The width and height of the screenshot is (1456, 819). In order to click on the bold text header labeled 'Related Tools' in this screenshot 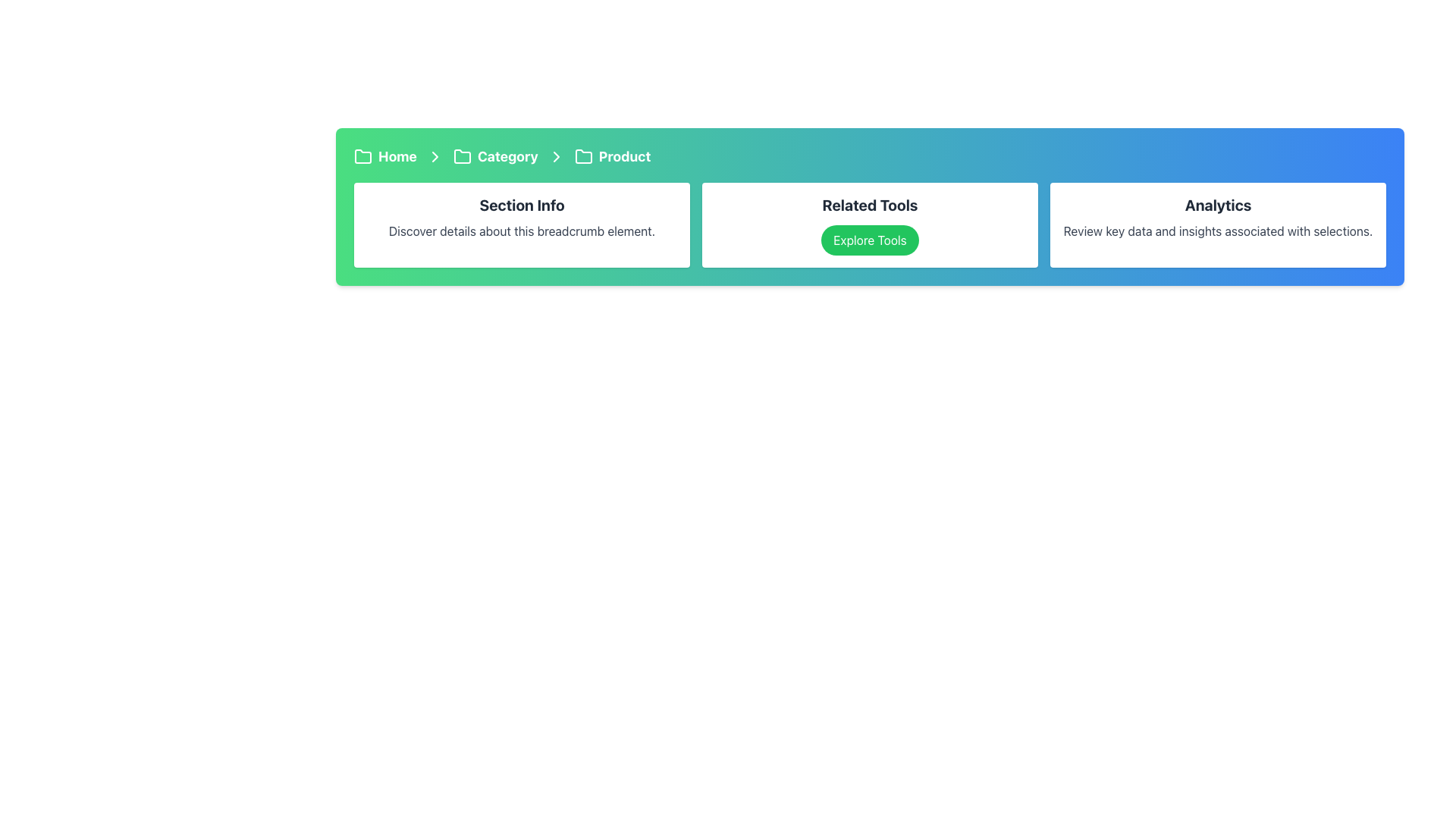, I will do `click(870, 205)`.